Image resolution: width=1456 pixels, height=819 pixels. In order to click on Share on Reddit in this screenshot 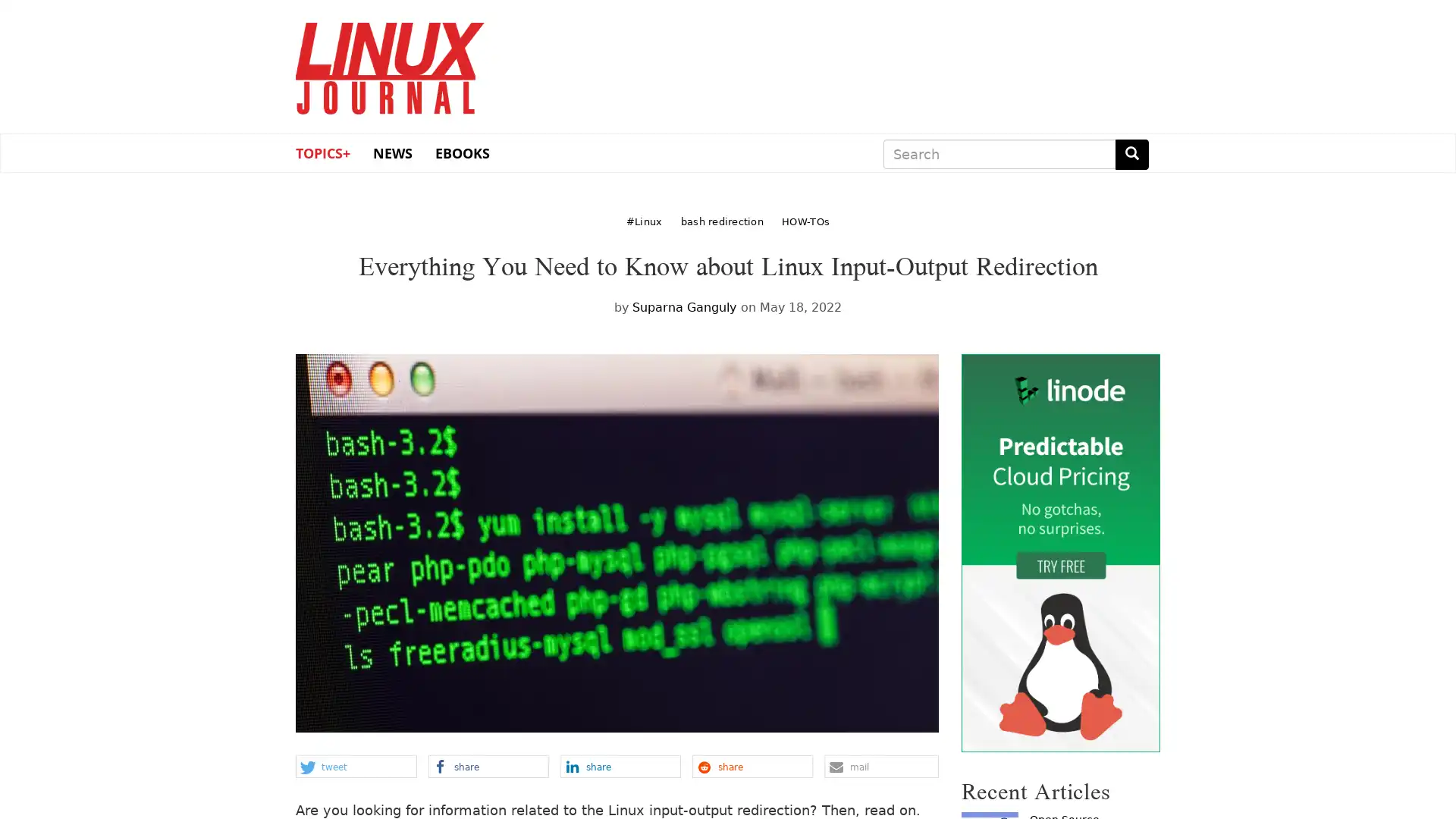, I will do `click(752, 766)`.